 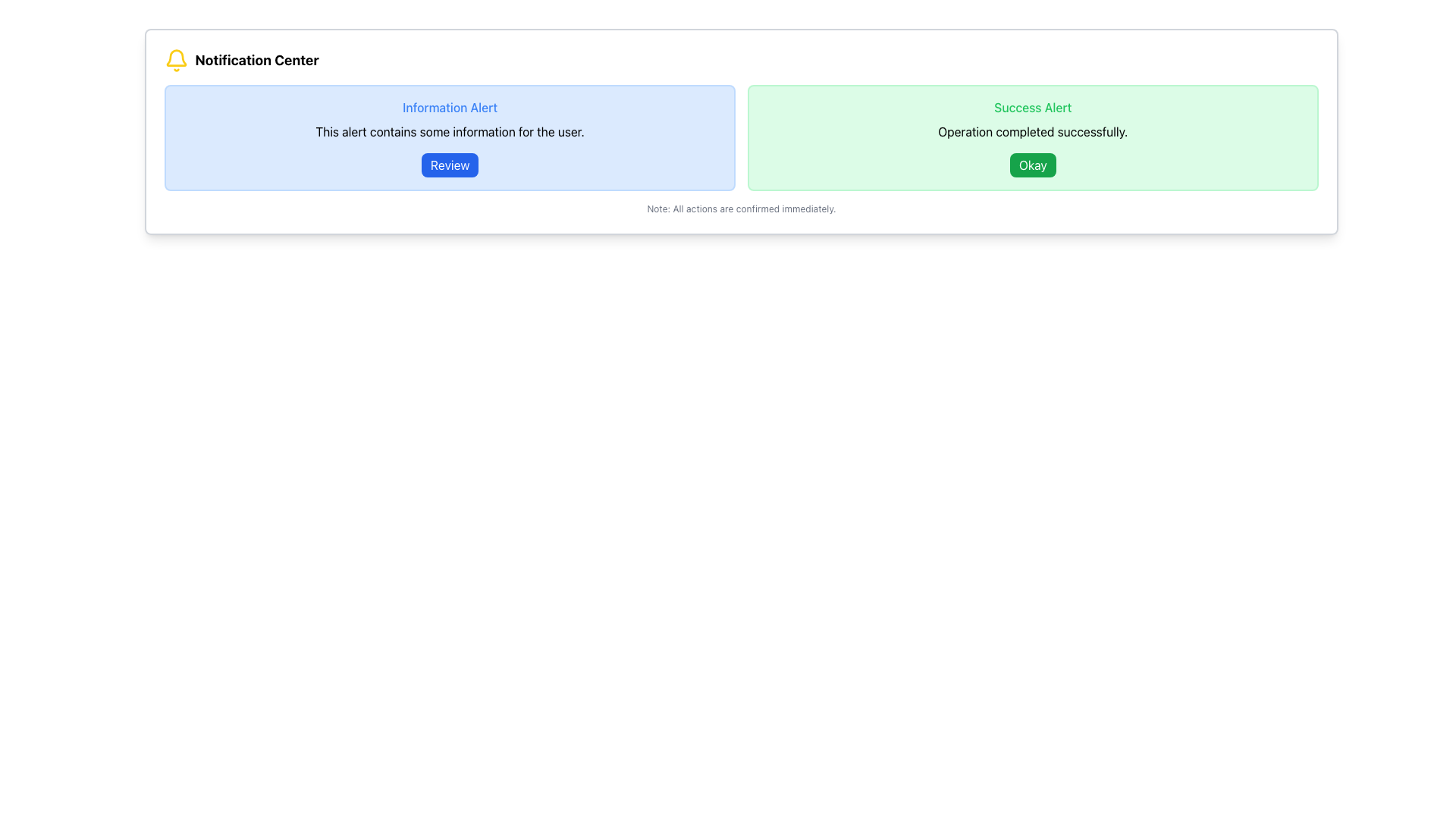 What do you see at coordinates (449, 107) in the screenshot?
I see `text of the Label that serves as a title or header for the alert message in the Notification Center` at bounding box center [449, 107].